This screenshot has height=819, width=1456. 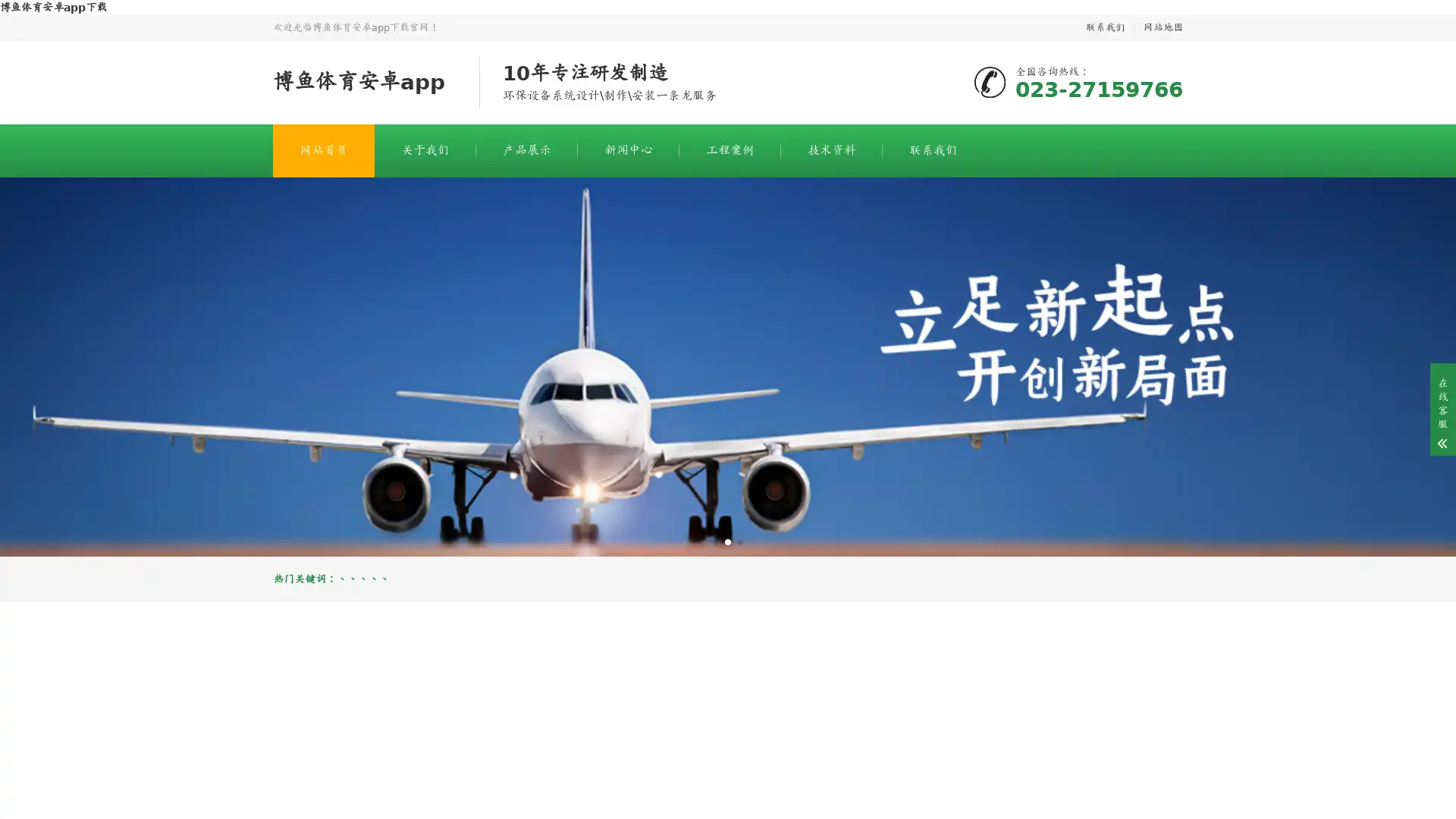 I want to click on Go to slide 2, so click(x=728, y=541).